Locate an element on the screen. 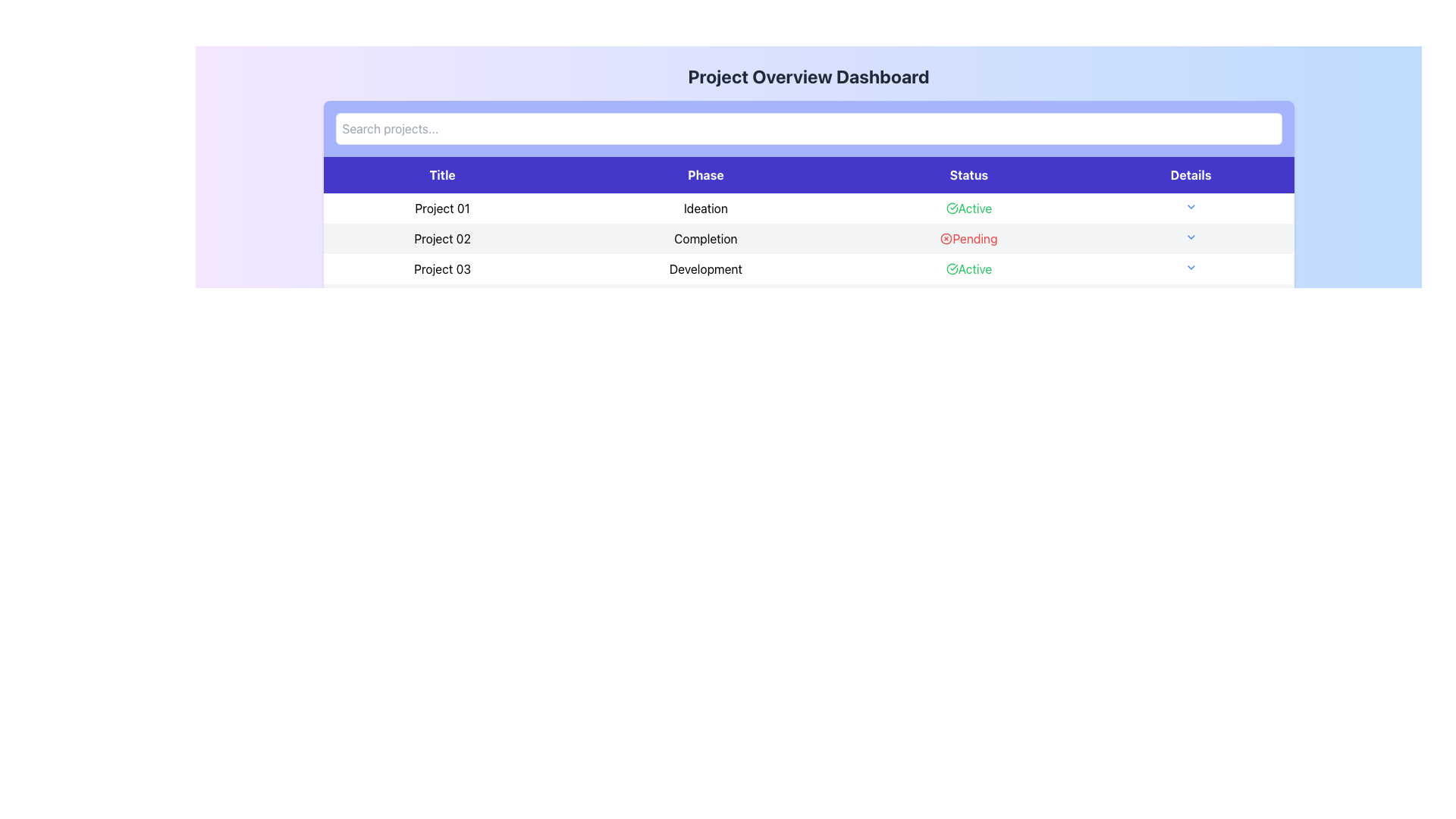 The image size is (1456, 819). the 'Status' header label in the project data table, which is the third label in the horizontal header row is located at coordinates (968, 174).